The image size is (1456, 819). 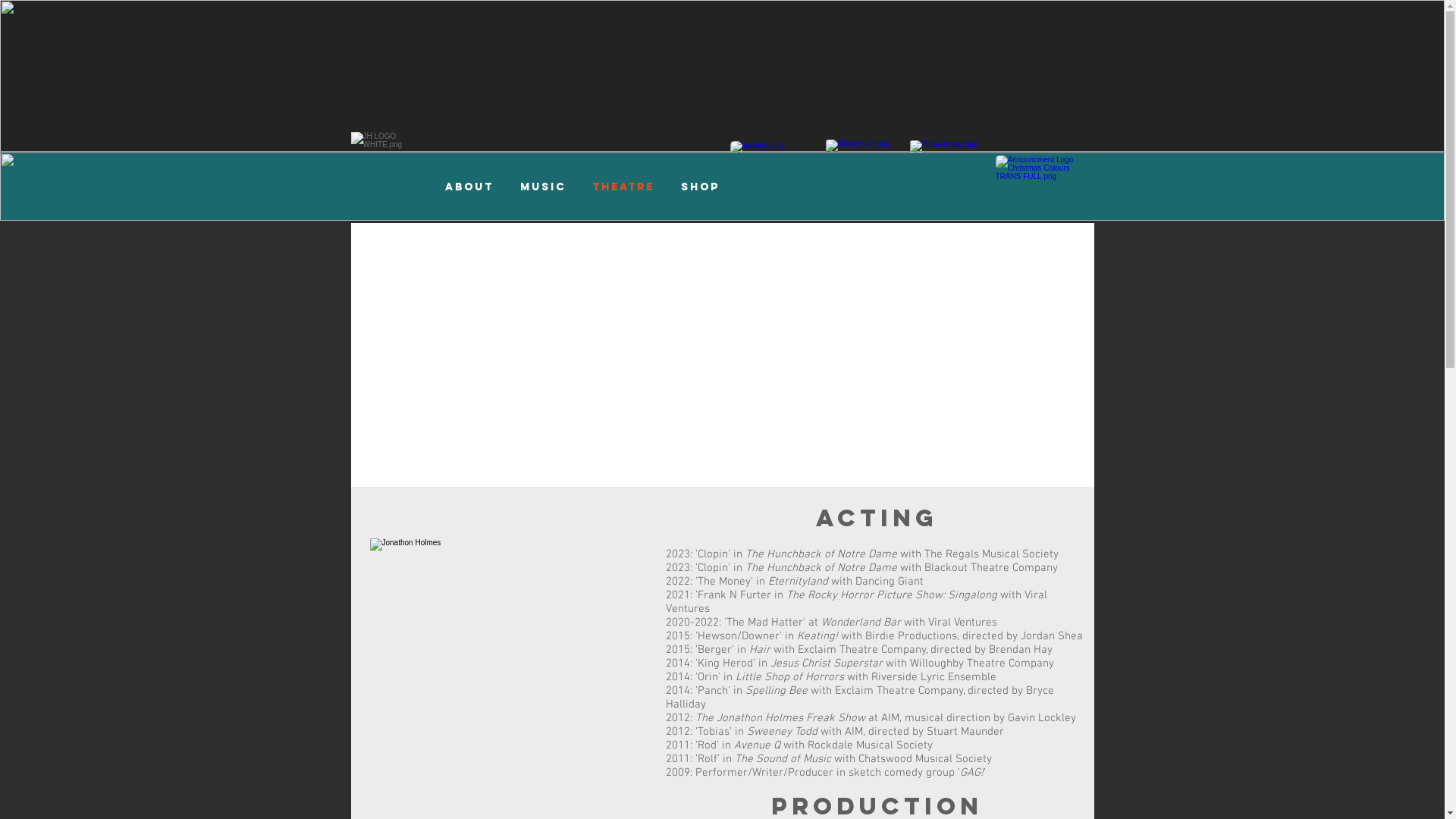 I want to click on 'SHOP', so click(x=698, y=186).